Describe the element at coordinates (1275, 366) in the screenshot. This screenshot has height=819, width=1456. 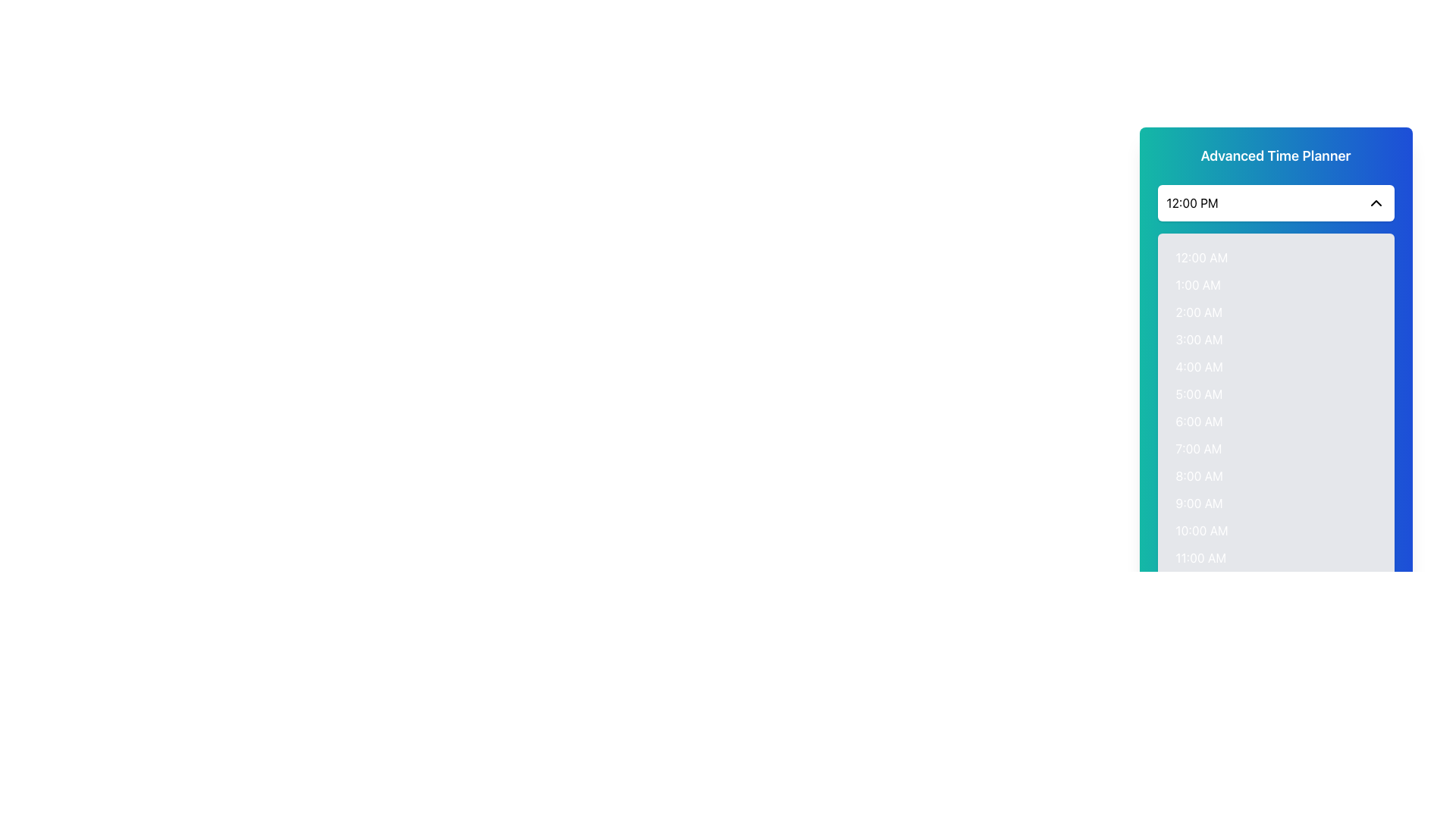
I see `the selectable list item displaying '4:00 AM'` at that location.